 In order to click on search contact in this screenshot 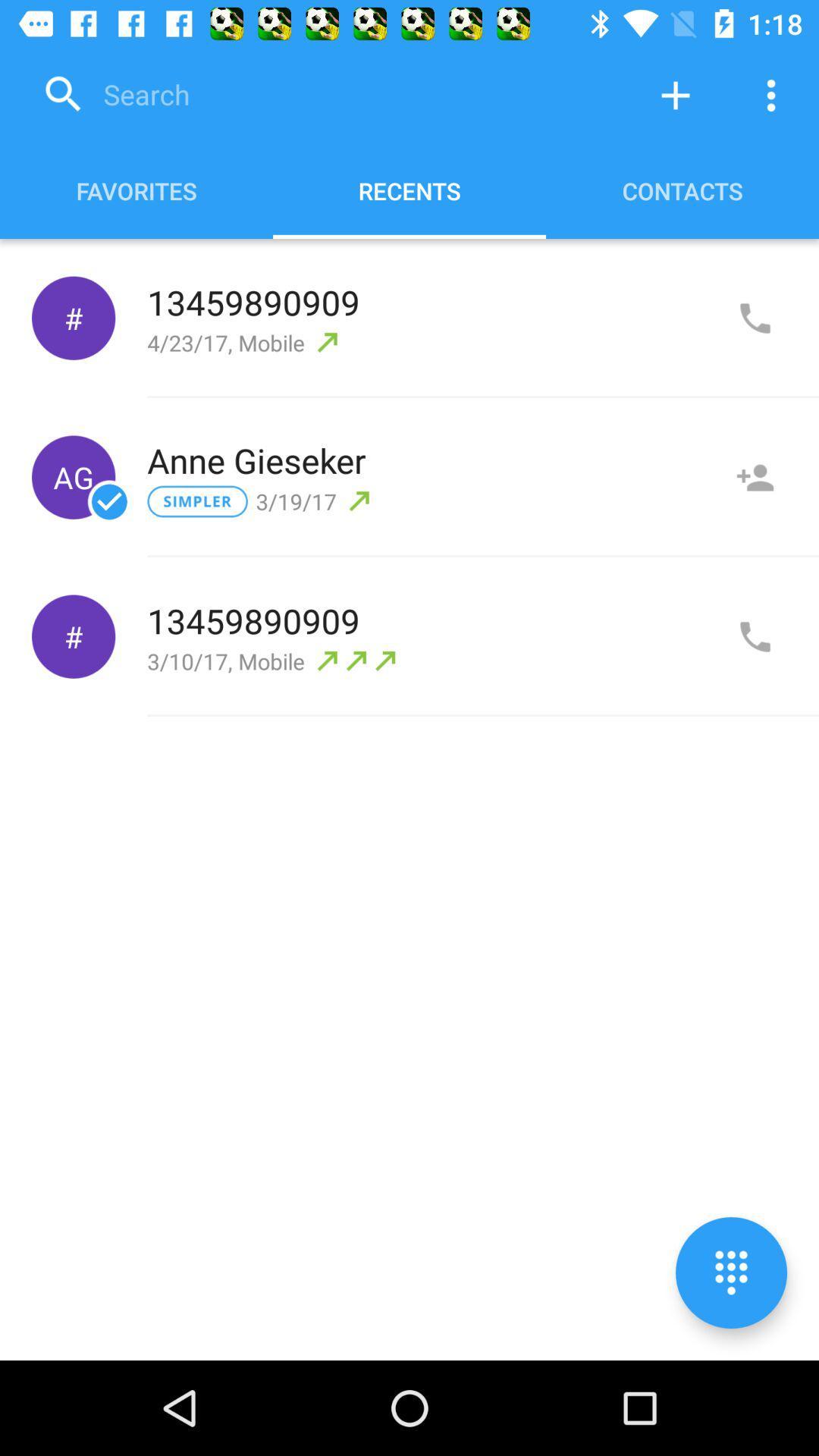, I will do `click(329, 94)`.